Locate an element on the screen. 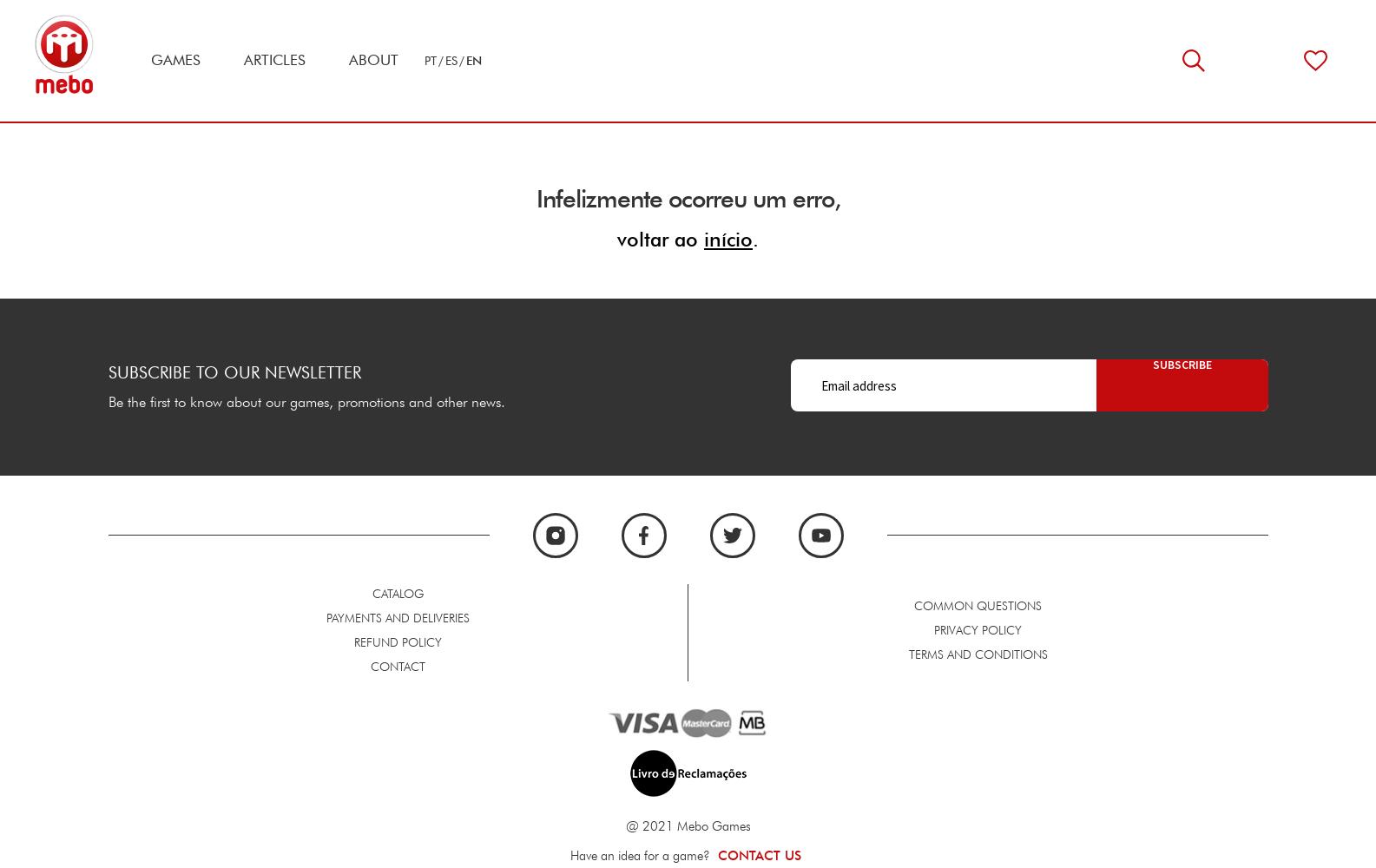 The width and height of the screenshot is (1376, 868). 'See our' is located at coordinates (831, 742).